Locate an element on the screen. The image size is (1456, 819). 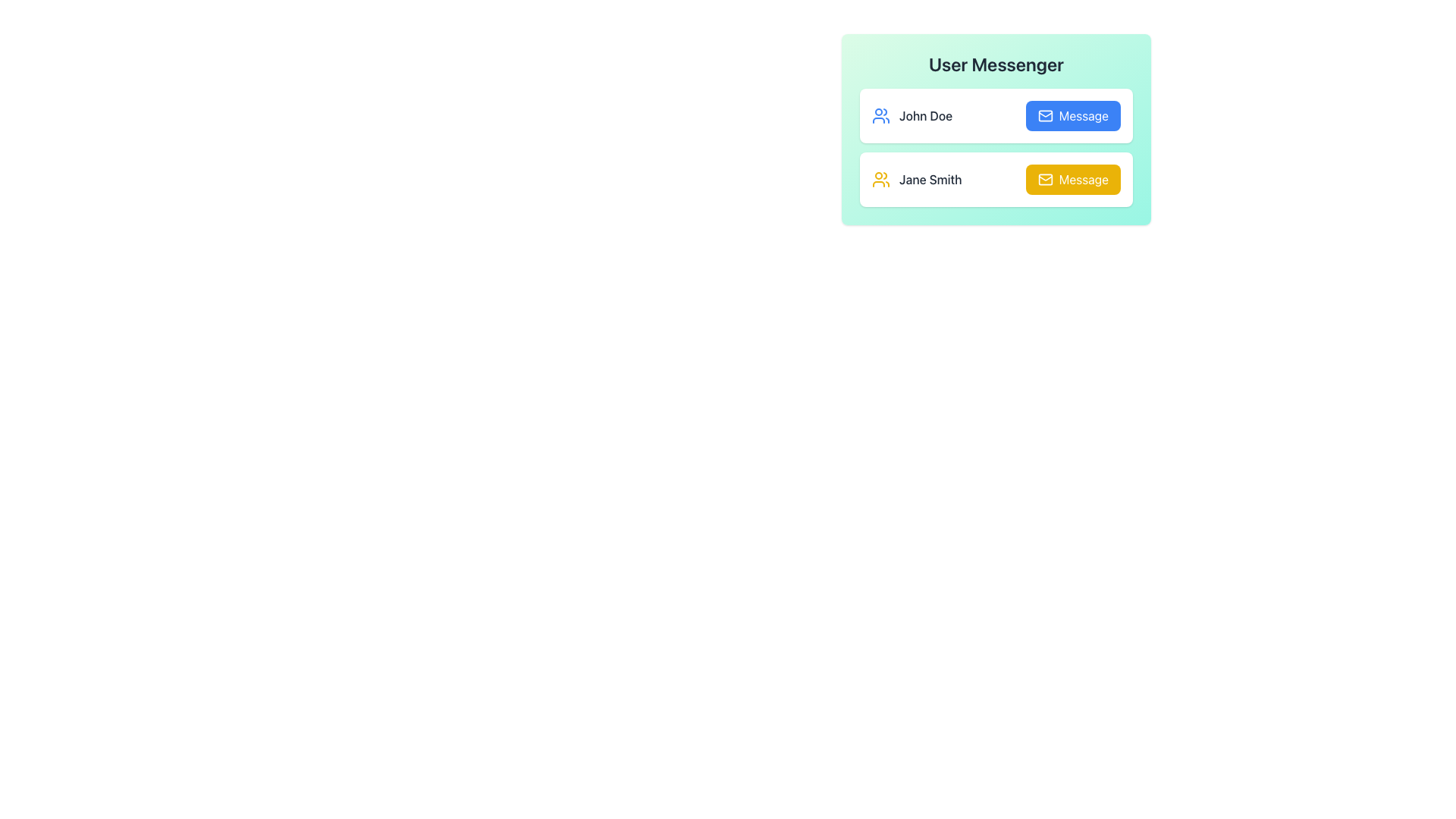
the user name displayed in the second entry of the 'User Messenger' section is located at coordinates (916, 178).